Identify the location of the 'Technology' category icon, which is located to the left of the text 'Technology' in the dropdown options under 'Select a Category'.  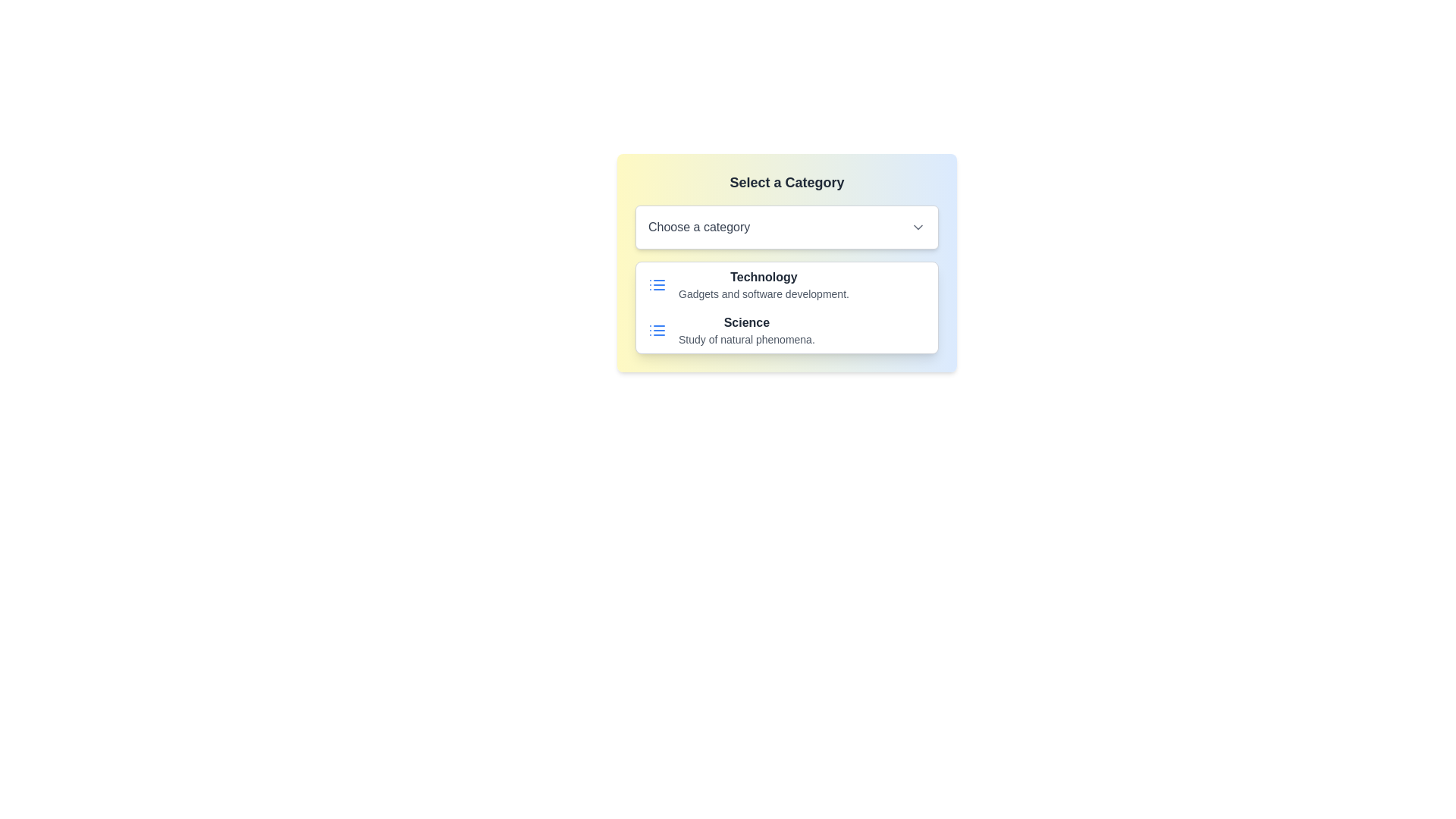
(657, 284).